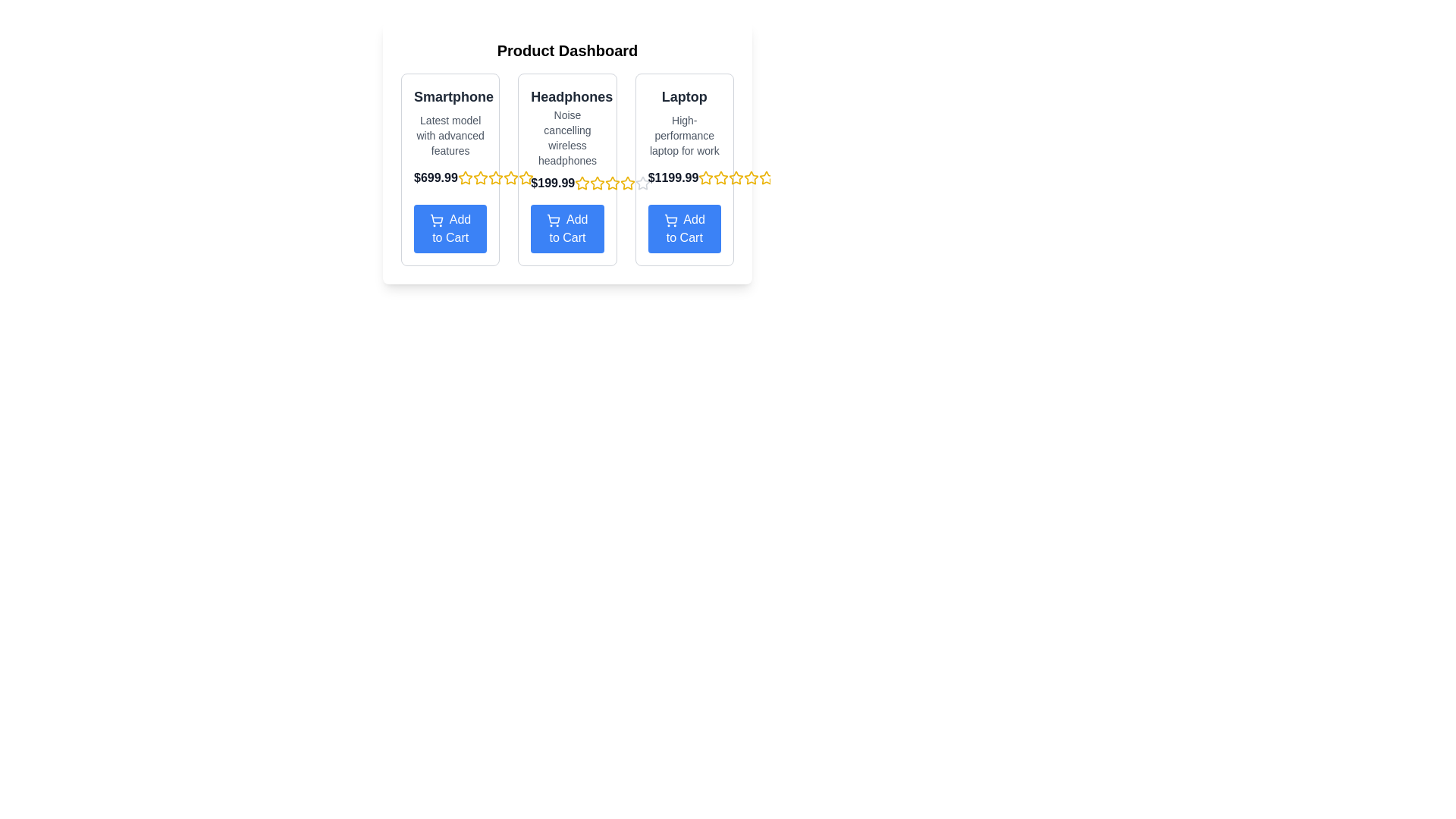  I want to click on the seventh star icon from a sequence of 10 stars, so click(628, 183).